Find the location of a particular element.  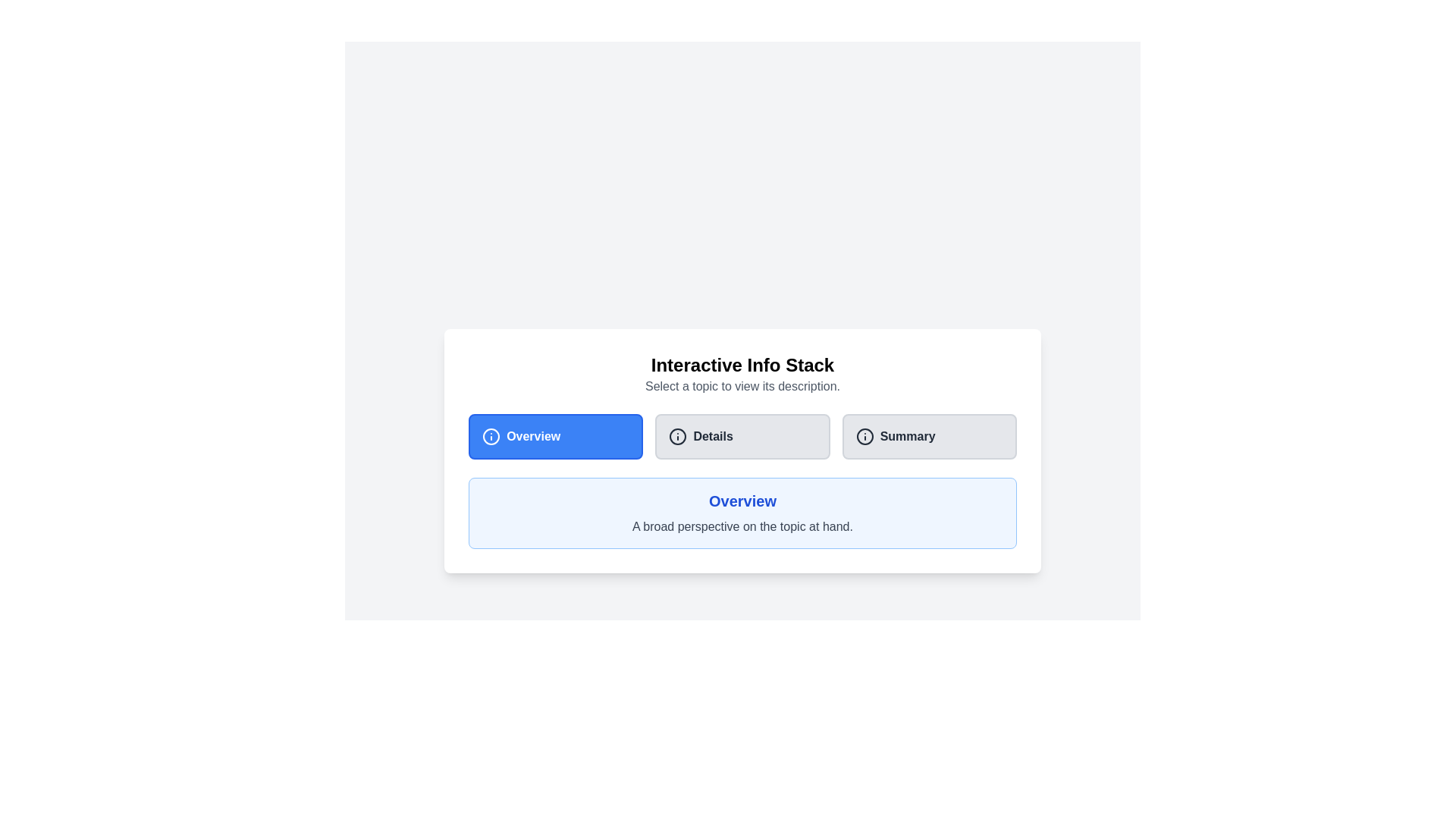

the 'Details' button located in the center of the layout, positioned between the 'Overview' and 'Summary' buttons is located at coordinates (742, 436).